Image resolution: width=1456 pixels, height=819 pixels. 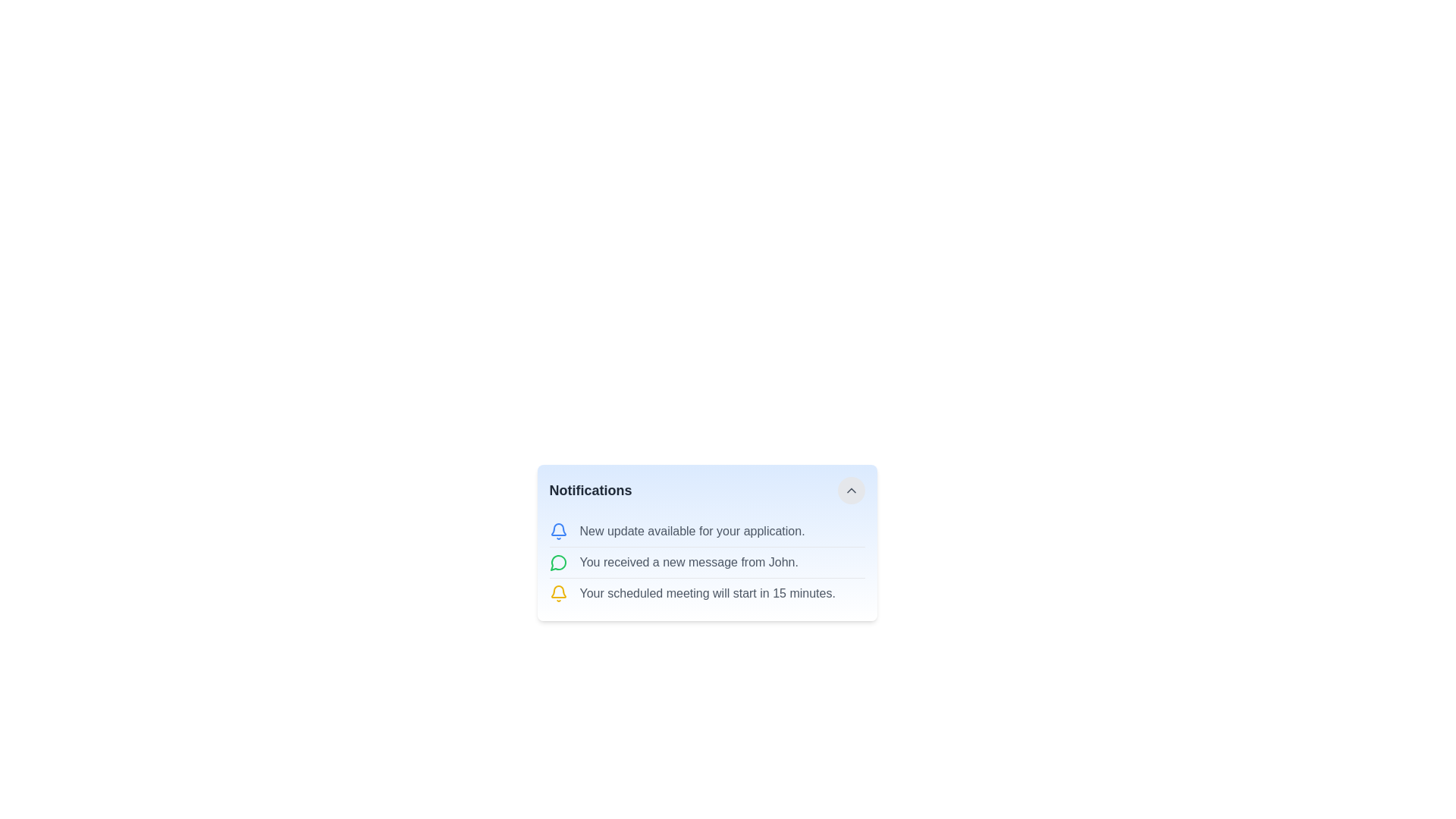 What do you see at coordinates (706, 592) in the screenshot?
I see `the notification item located below the message 'You received a new message from John.' in the notification panel` at bounding box center [706, 592].